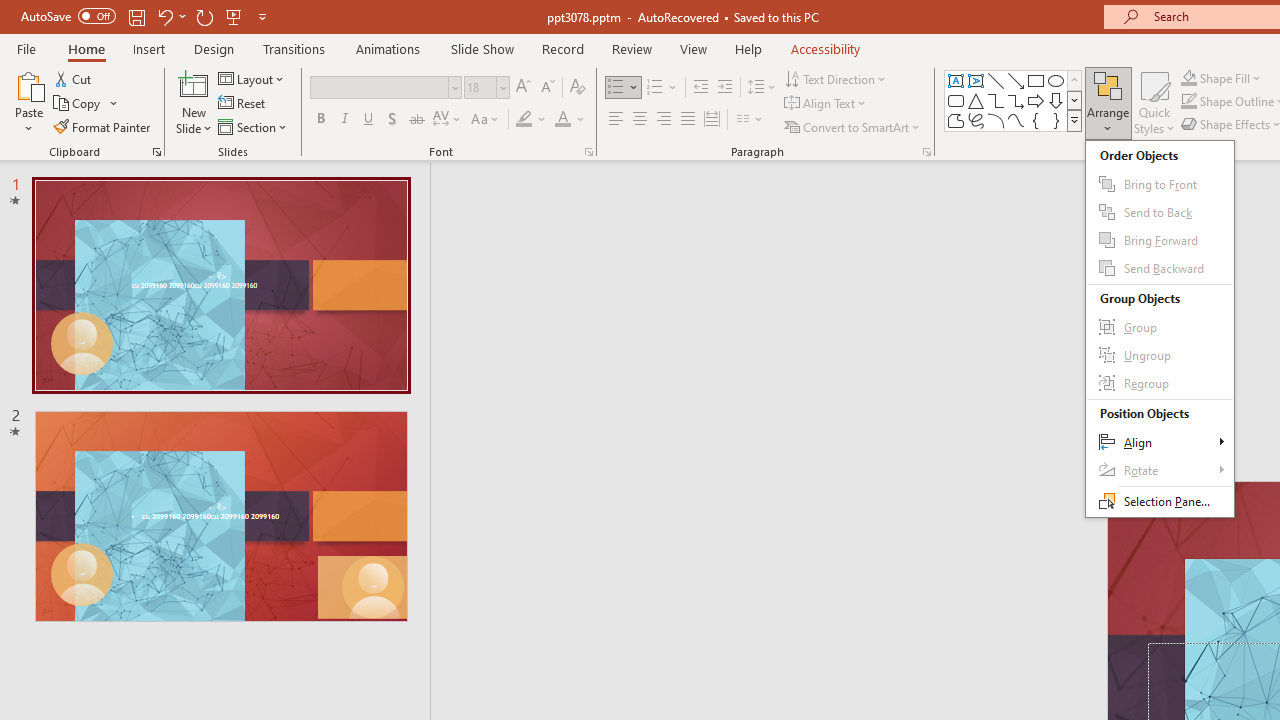  What do you see at coordinates (1016, 120) in the screenshot?
I see `'Curve'` at bounding box center [1016, 120].